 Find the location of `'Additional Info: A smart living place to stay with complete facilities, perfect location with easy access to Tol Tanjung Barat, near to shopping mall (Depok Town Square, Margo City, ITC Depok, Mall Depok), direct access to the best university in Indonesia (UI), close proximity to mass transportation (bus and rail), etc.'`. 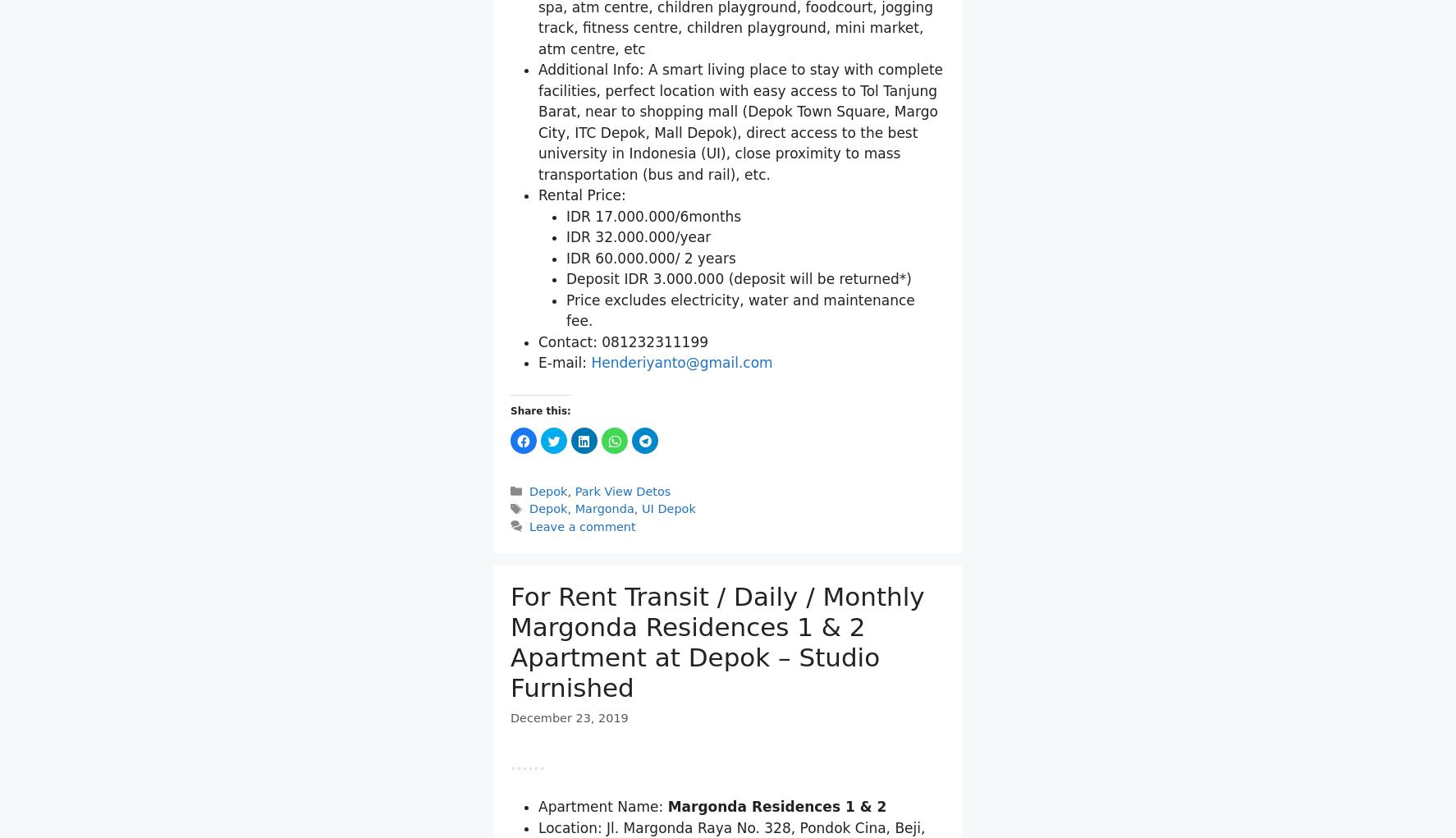

'Additional Info: A smart living place to stay with complete facilities, perfect location with easy access to Tol Tanjung Barat, near to shopping mall (Depok Town Square, Margo City, ITC Depok, Mall Depok), direct access to the best university in Indonesia (UI), close proximity to mass transportation (bus and rail), etc.' is located at coordinates (538, 313).